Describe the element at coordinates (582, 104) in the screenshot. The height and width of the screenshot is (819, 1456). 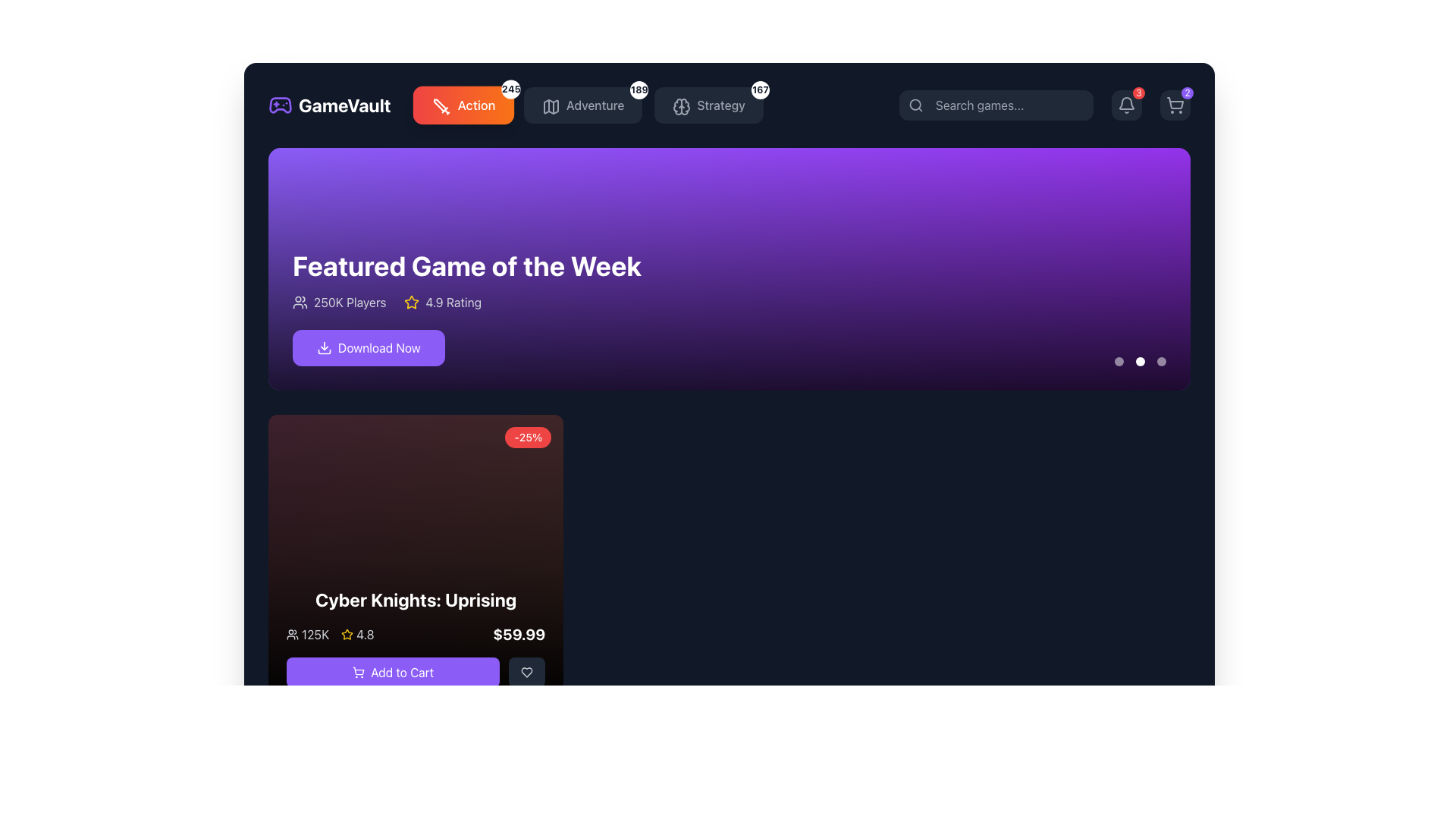
I see `the 'Adventure' button in the navigation bar, which is gray with a map icon and has a badge displaying '189'` at that location.